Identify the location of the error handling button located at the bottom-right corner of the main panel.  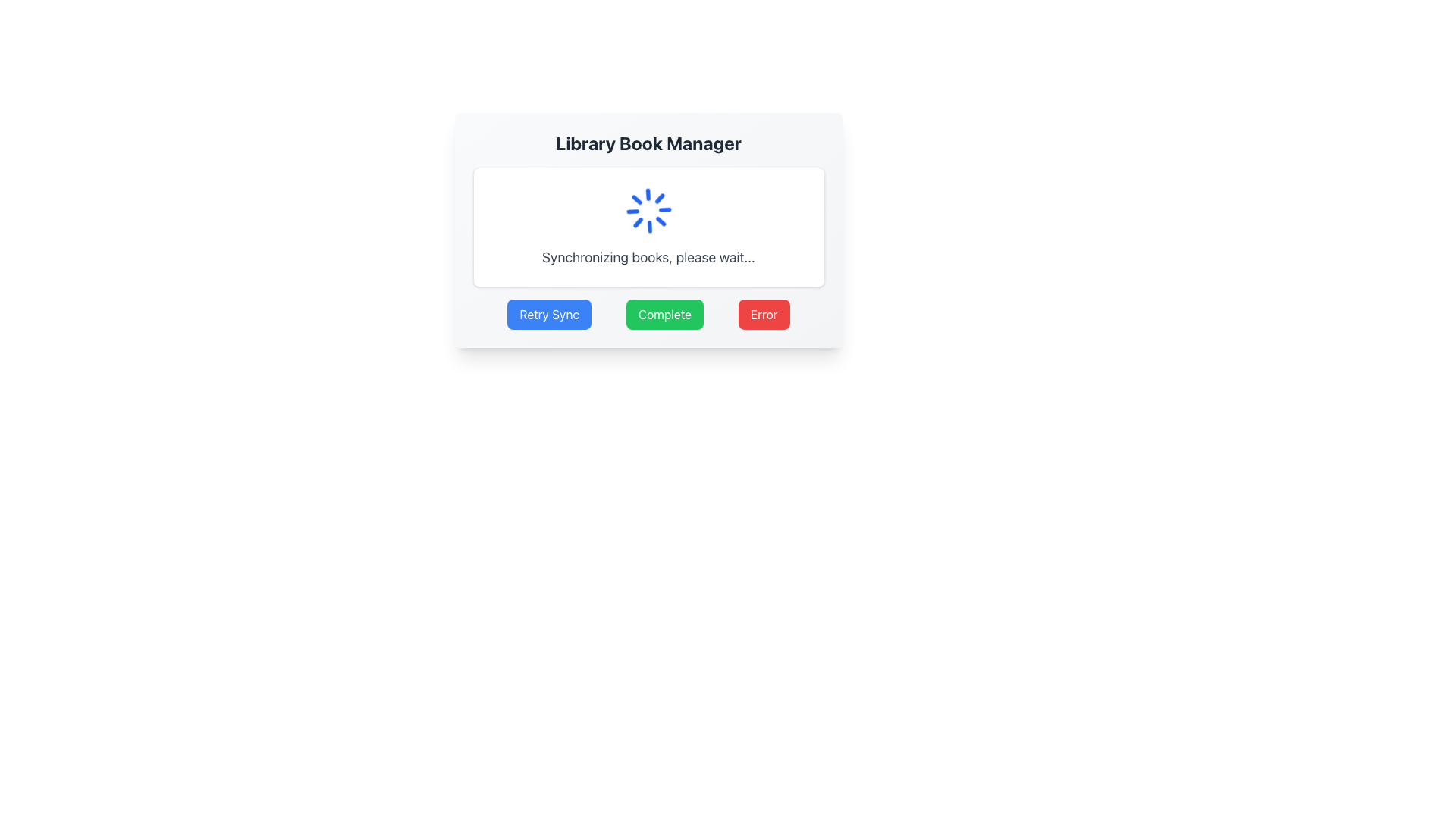
(764, 314).